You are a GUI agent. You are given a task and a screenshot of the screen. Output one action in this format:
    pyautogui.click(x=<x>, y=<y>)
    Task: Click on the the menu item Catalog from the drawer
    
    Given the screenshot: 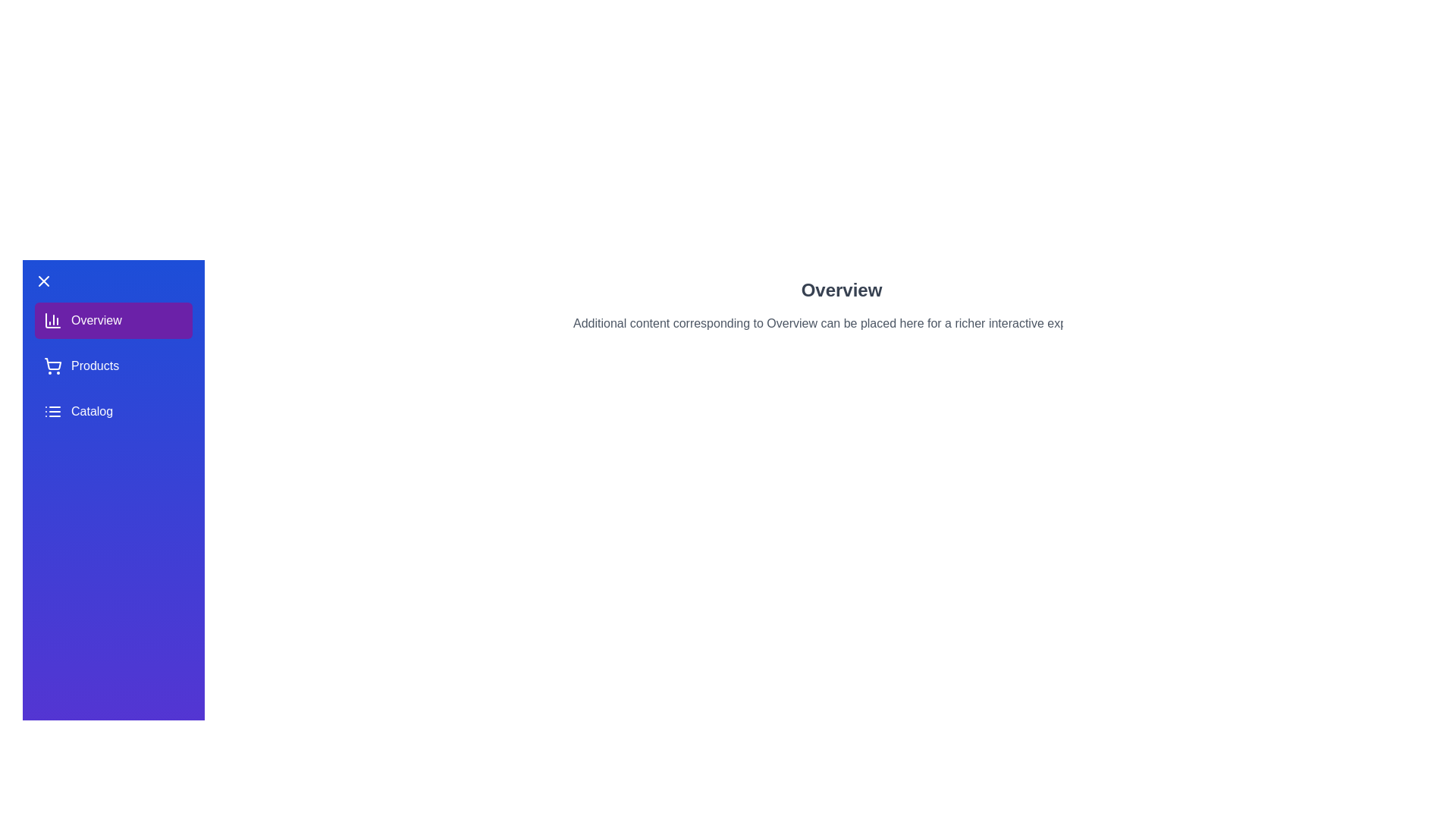 What is the action you would take?
    pyautogui.click(x=112, y=412)
    